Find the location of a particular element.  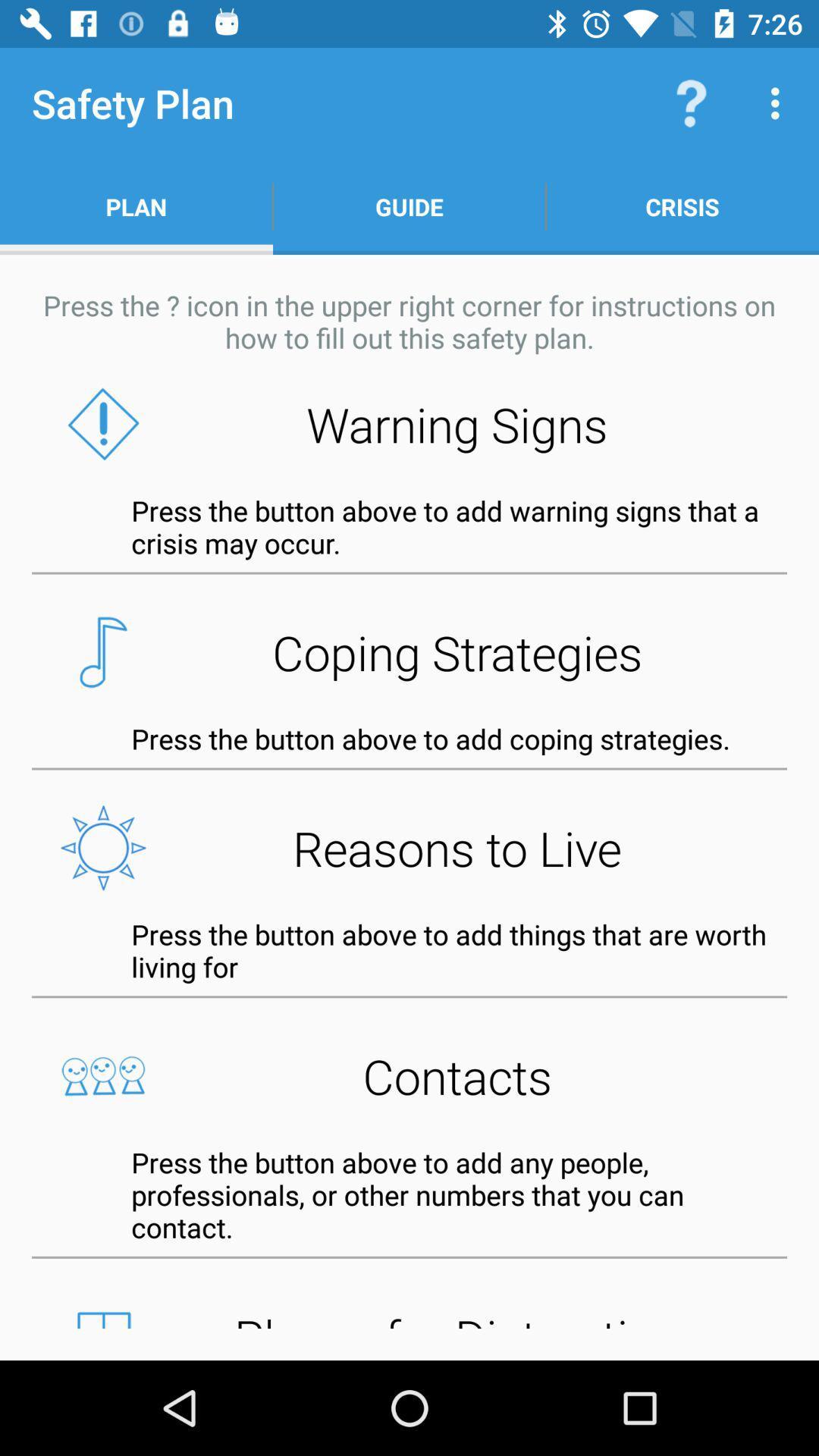

icon above crisis icon is located at coordinates (779, 102).